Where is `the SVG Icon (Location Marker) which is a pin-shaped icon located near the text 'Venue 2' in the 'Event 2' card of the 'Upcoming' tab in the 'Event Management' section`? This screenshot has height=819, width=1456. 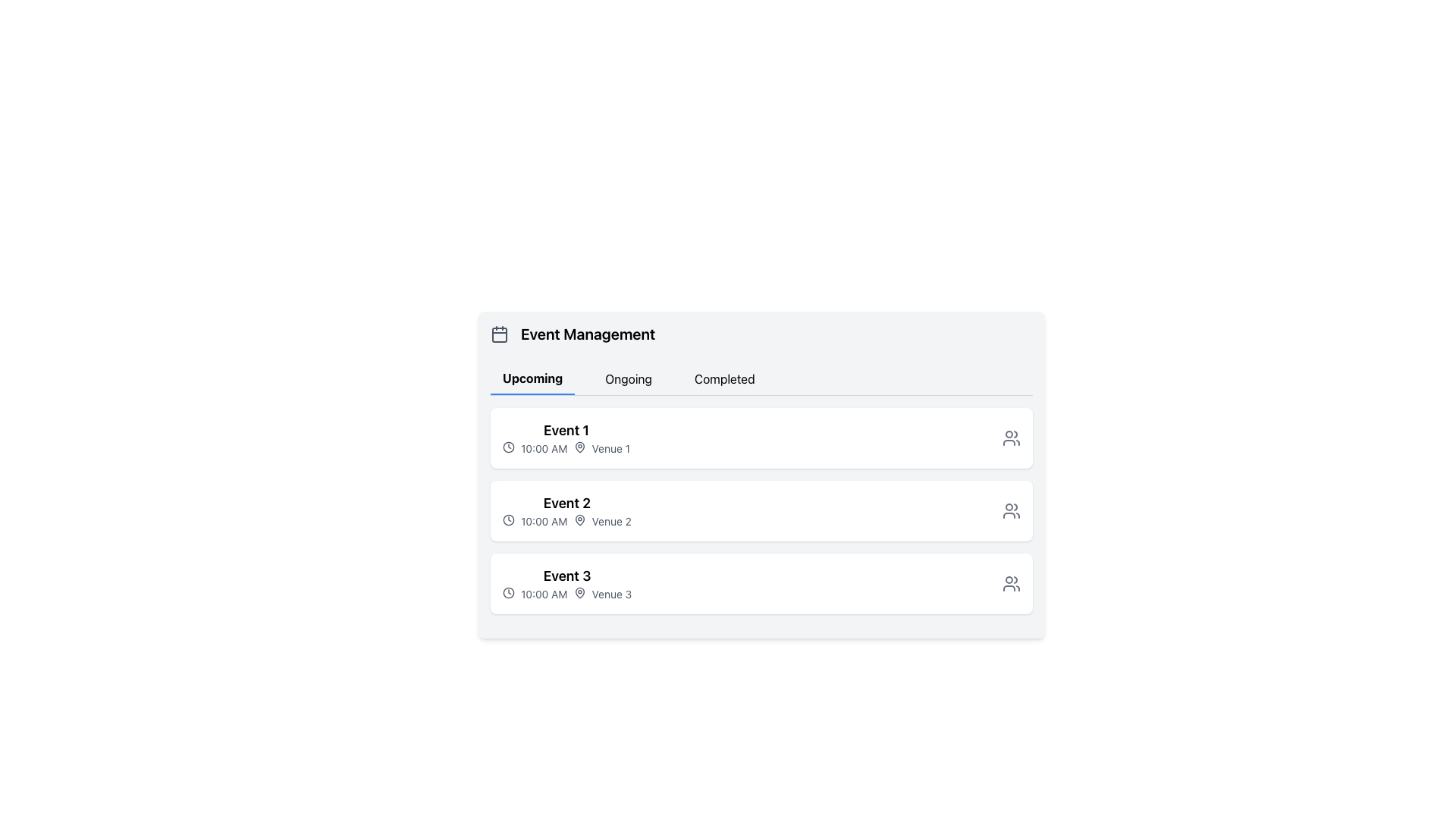 the SVG Icon (Location Marker) which is a pin-shaped icon located near the text 'Venue 2' in the 'Event 2' card of the 'Upcoming' tab in the 'Event Management' section is located at coordinates (579, 519).